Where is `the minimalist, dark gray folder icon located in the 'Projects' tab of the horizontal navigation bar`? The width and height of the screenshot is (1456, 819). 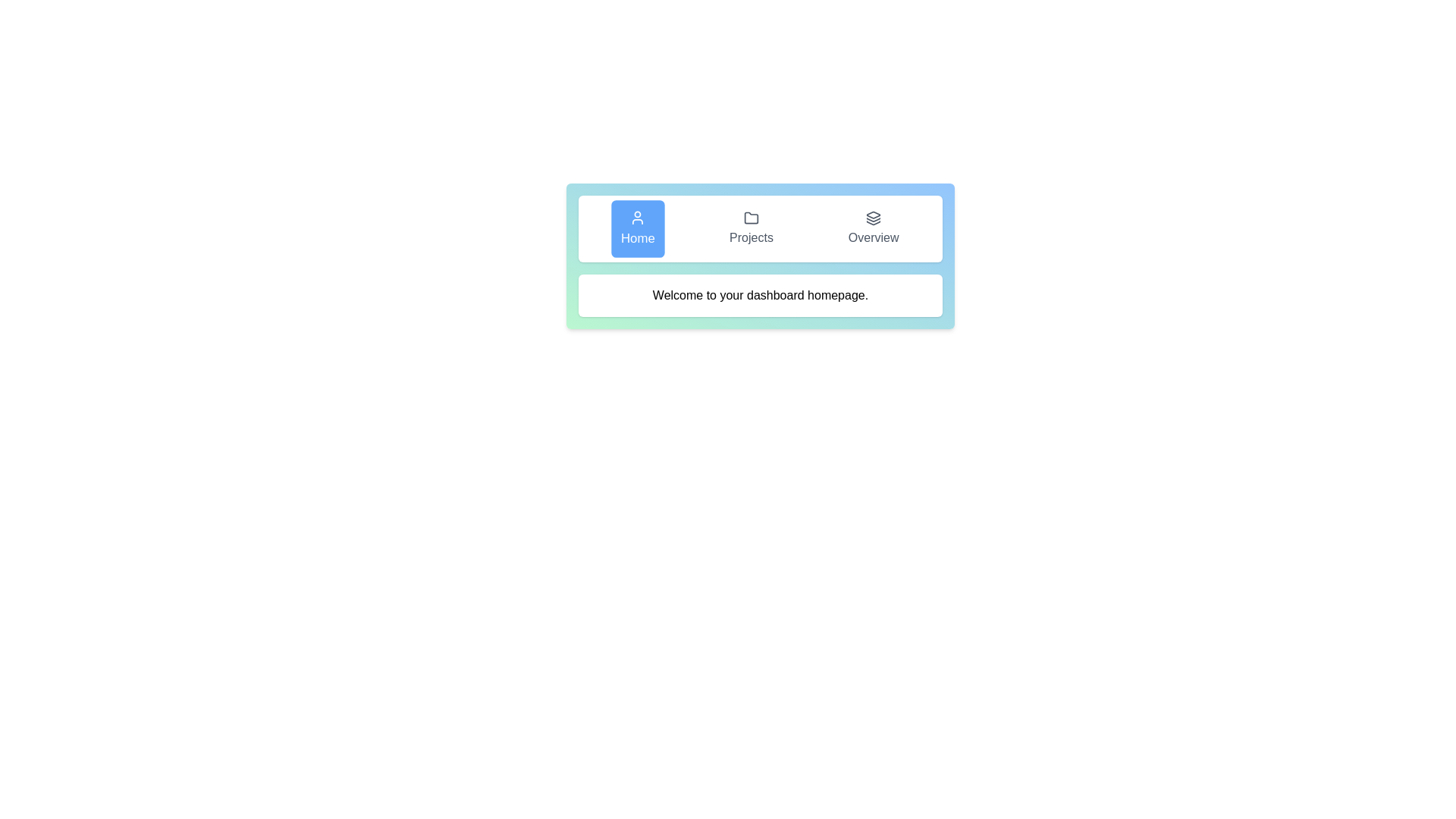 the minimalist, dark gray folder icon located in the 'Projects' tab of the horizontal navigation bar is located at coordinates (751, 218).